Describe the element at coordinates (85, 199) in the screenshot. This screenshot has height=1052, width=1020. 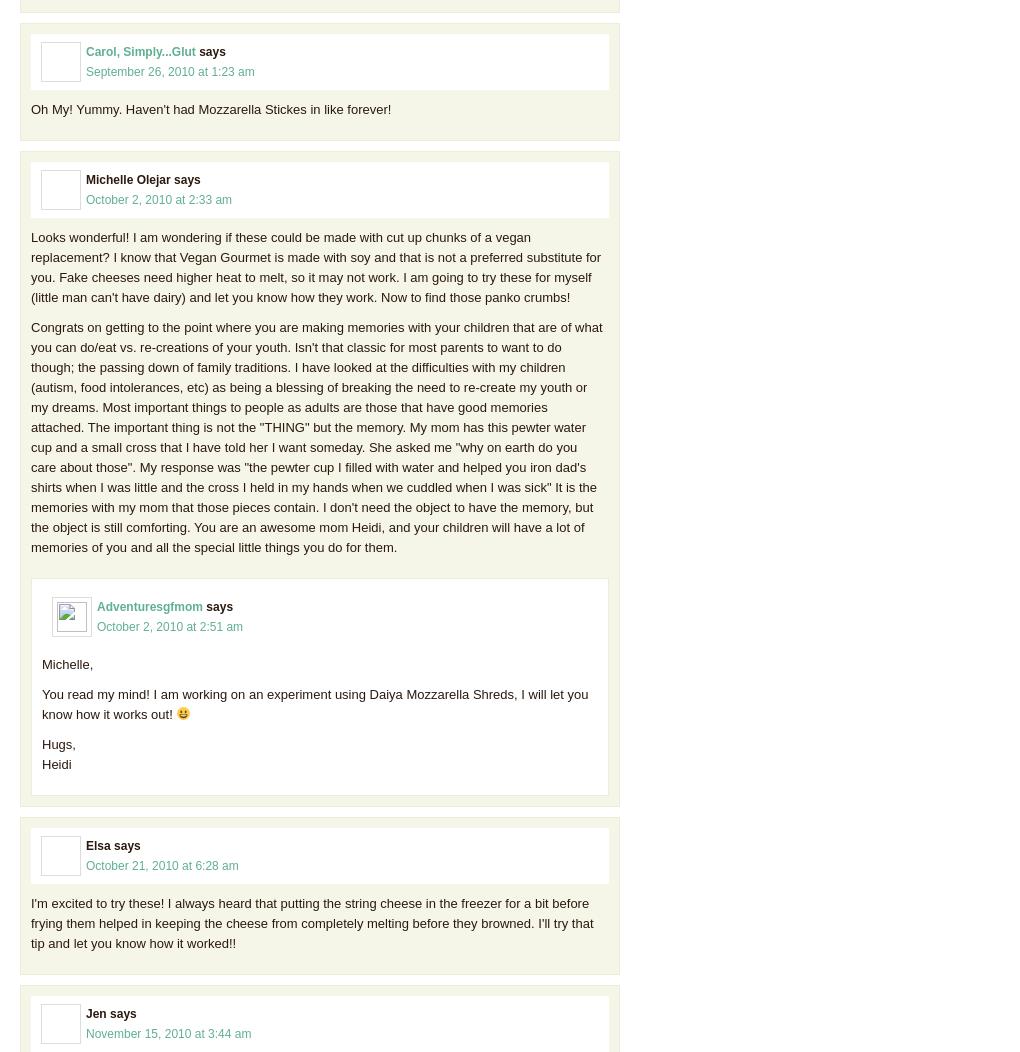
I see `'October 2, 2010 at 2:33 am'` at that location.